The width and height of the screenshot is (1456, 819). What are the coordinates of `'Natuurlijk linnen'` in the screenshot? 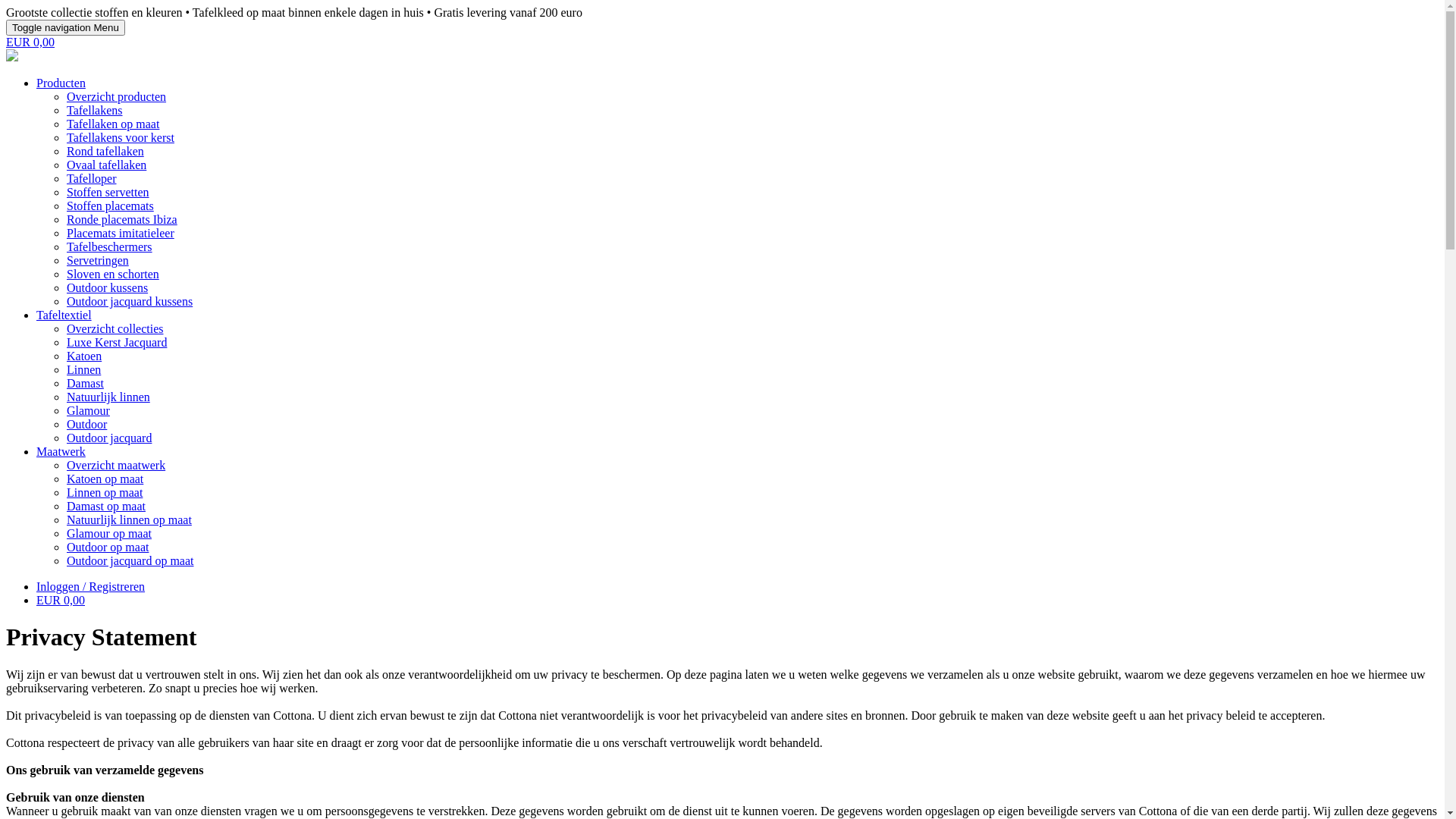 It's located at (108, 396).